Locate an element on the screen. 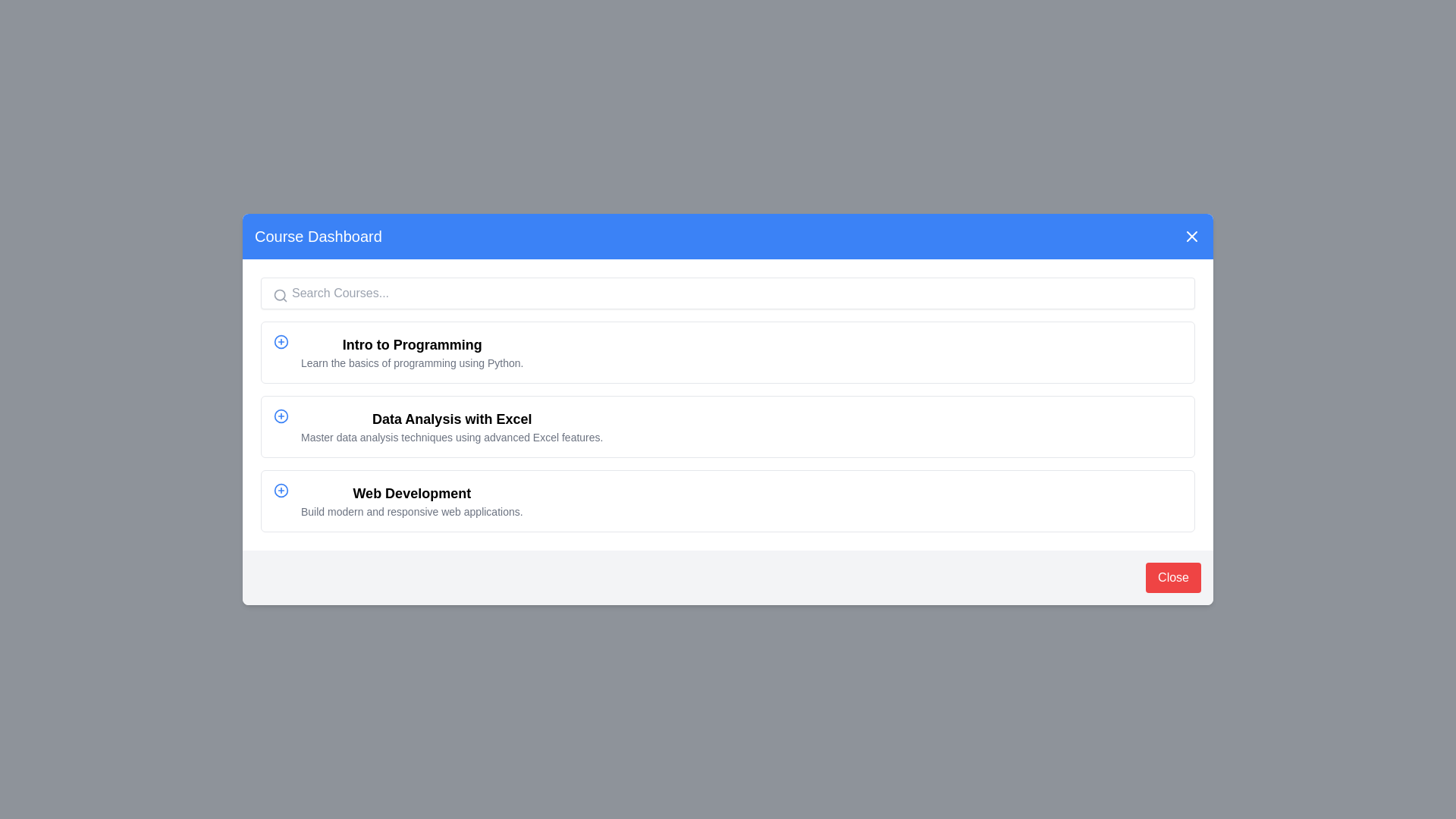 The image size is (1456, 819). the small square button with an 'X' icon located in the top-right corner of the blue header section is located at coordinates (1191, 237).